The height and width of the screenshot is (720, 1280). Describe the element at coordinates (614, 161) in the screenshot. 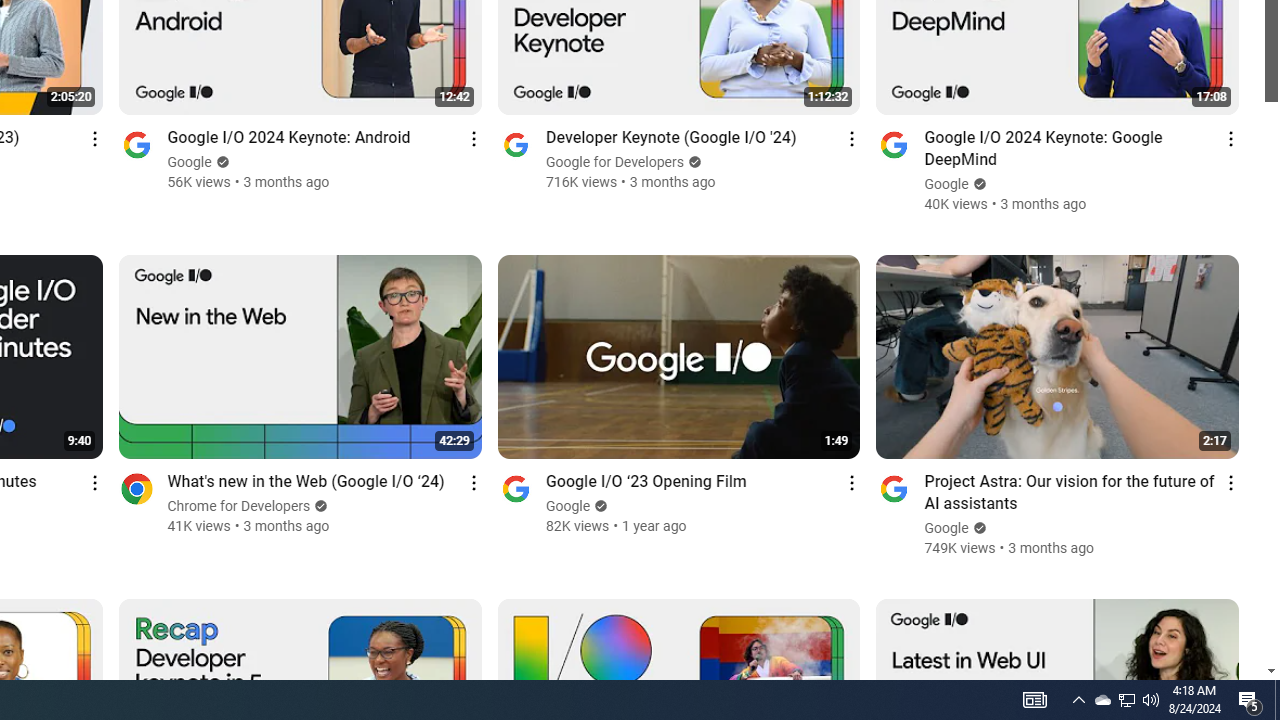

I see `'Google for Developers'` at that location.